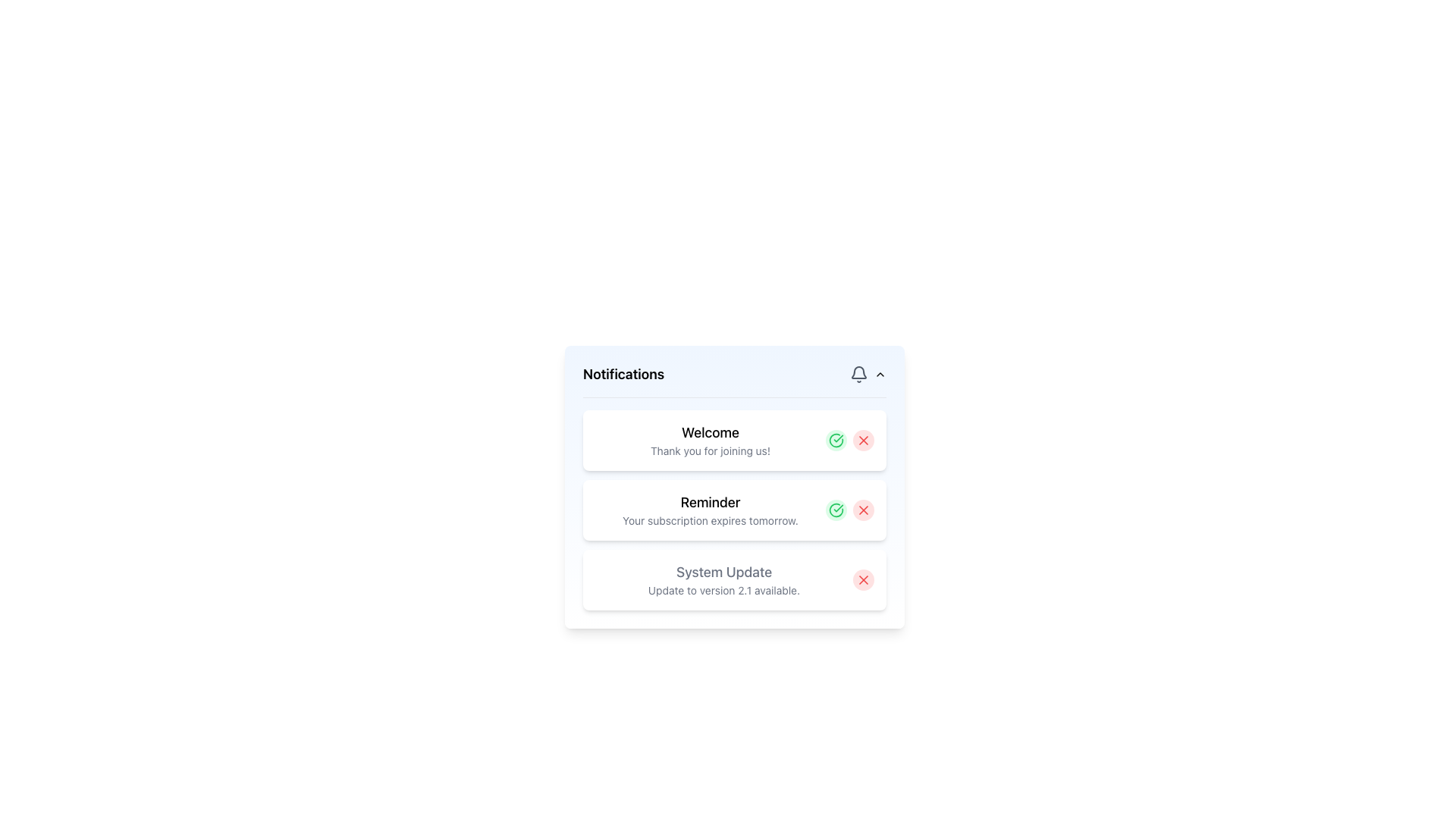 The height and width of the screenshot is (819, 1456). What do you see at coordinates (863, 579) in the screenshot?
I see `the dismiss button located on the right side of the 'System Update' notification` at bounding box center [863, 579].